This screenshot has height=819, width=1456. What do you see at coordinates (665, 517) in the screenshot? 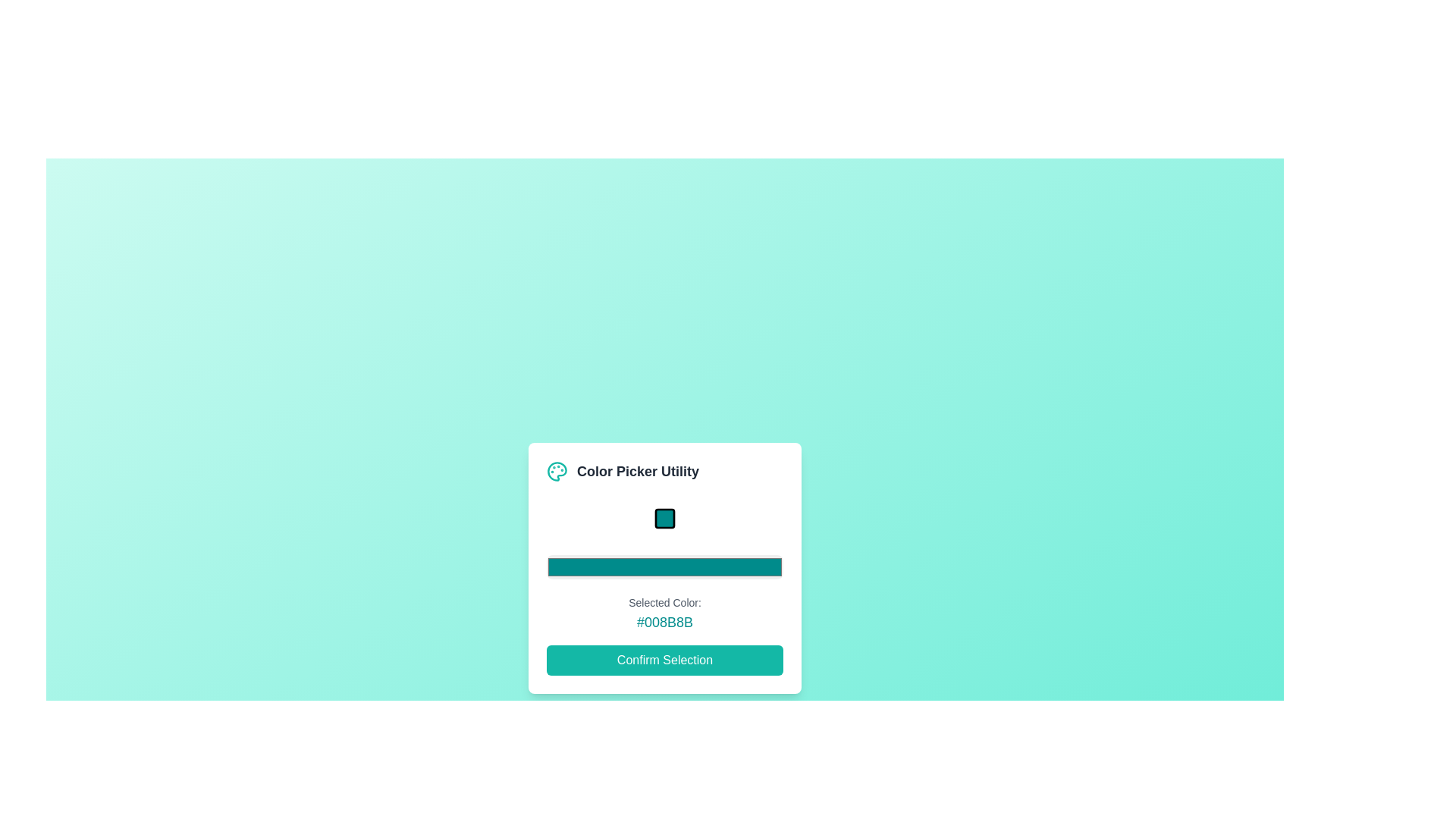
I see `the color square to verify its interactivity` at bounding box center [665, 517].